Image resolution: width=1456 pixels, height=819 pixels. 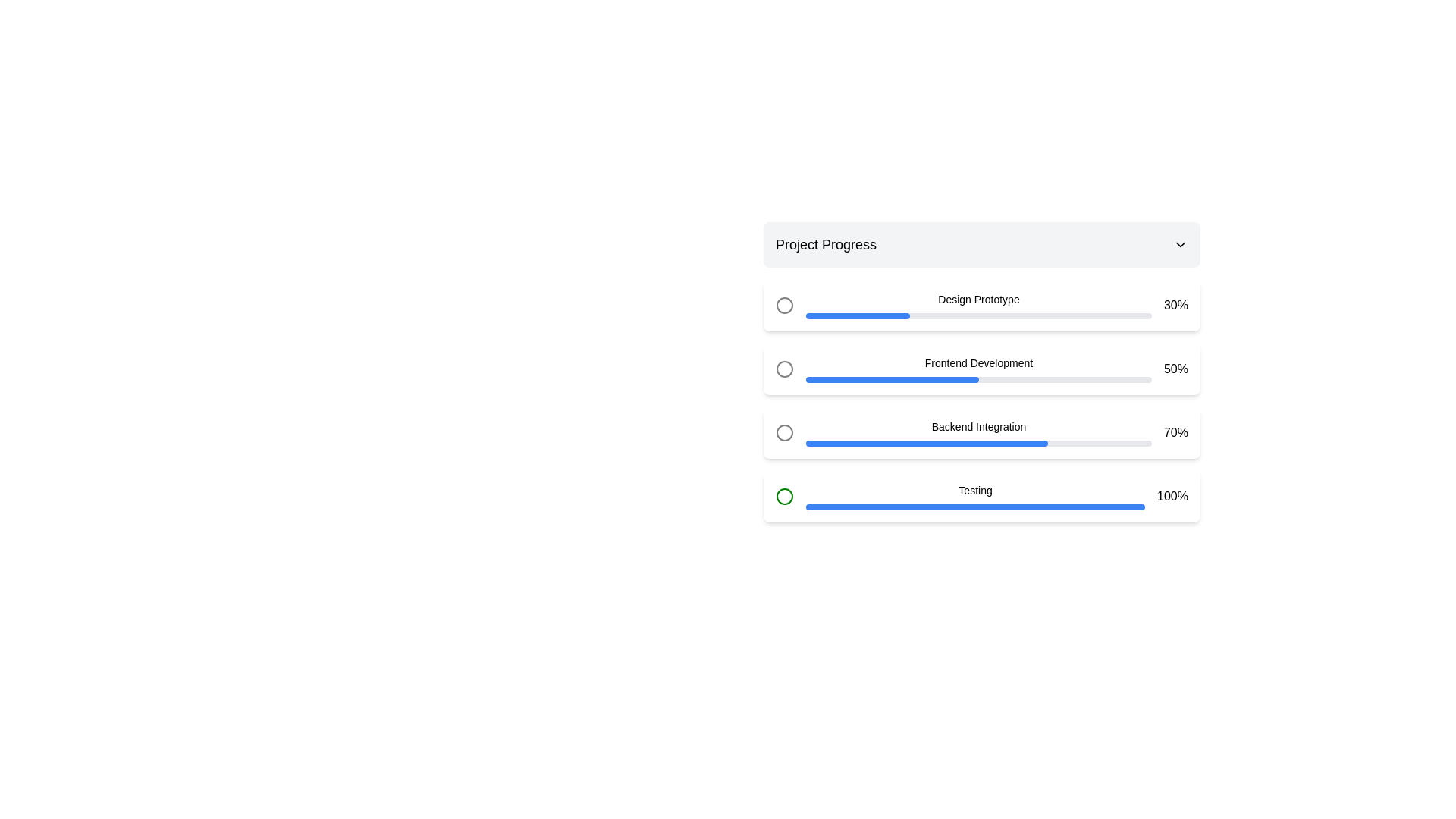 What do you see at coordinates (825, 244) in the screenshot?
I see `the bold text label displaying 'Project Progress', located at the top-left corner of the card component` at bounding box center [825, 244].